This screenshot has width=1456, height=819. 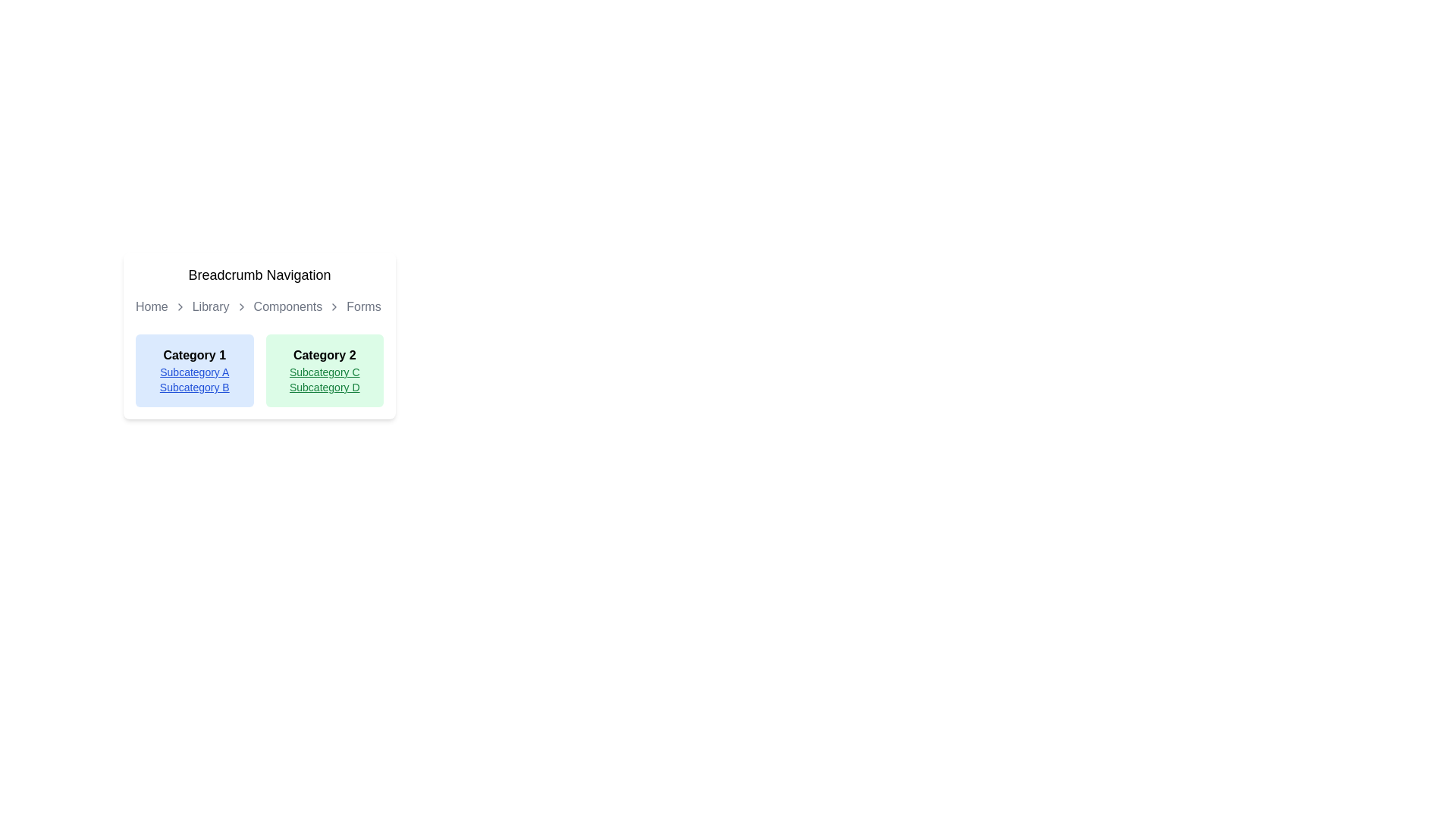 I want to click on the text label located at the top-central area of the blue rectangular box, which serves as a title for the subcategories below it, so click(x=193, y=356).